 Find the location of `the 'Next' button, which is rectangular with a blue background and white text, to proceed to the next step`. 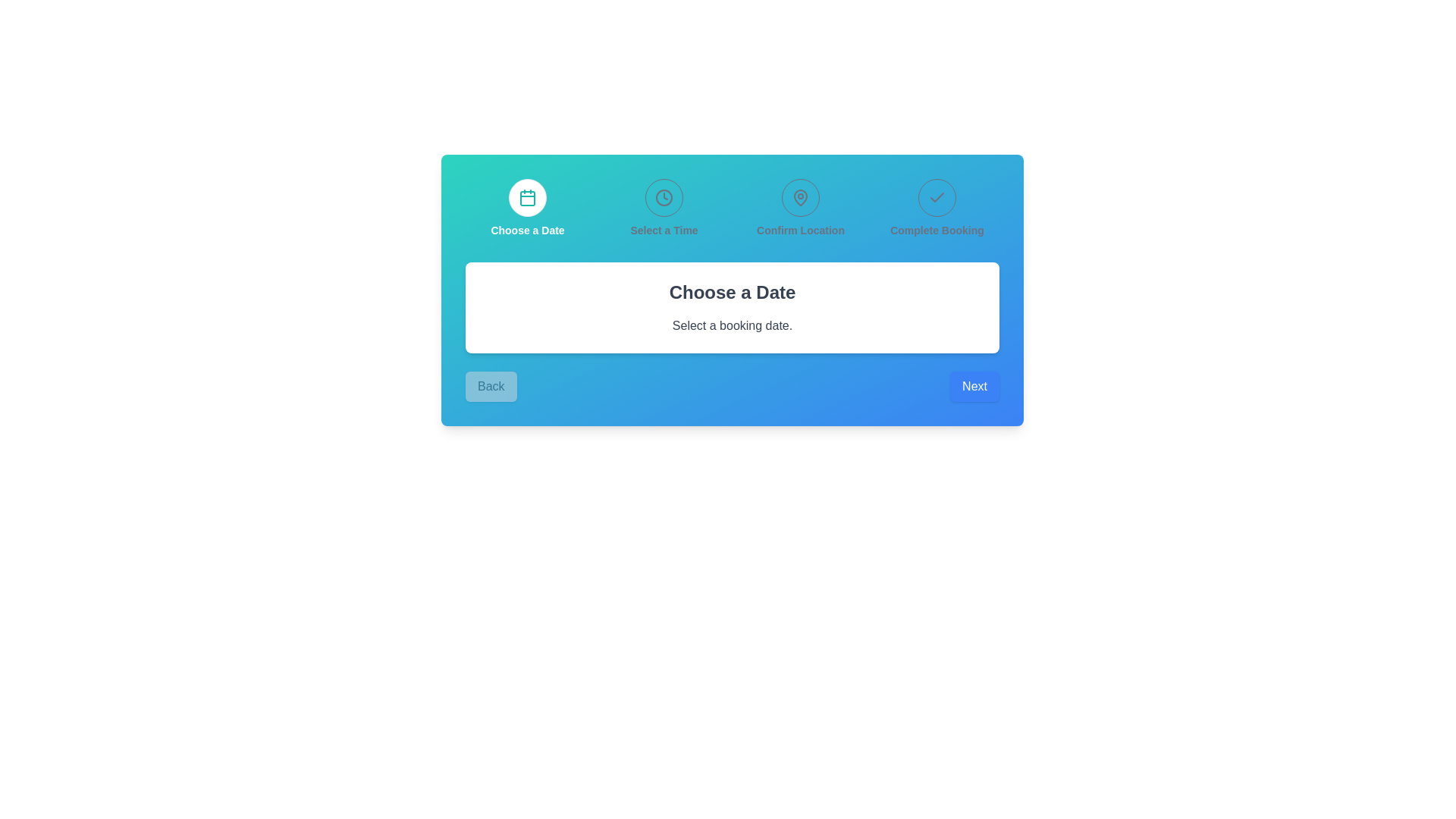

the 'Next' button, which is rectangular with a blue background and white text, to proceed to the next step is located at coordinates (974, 385).